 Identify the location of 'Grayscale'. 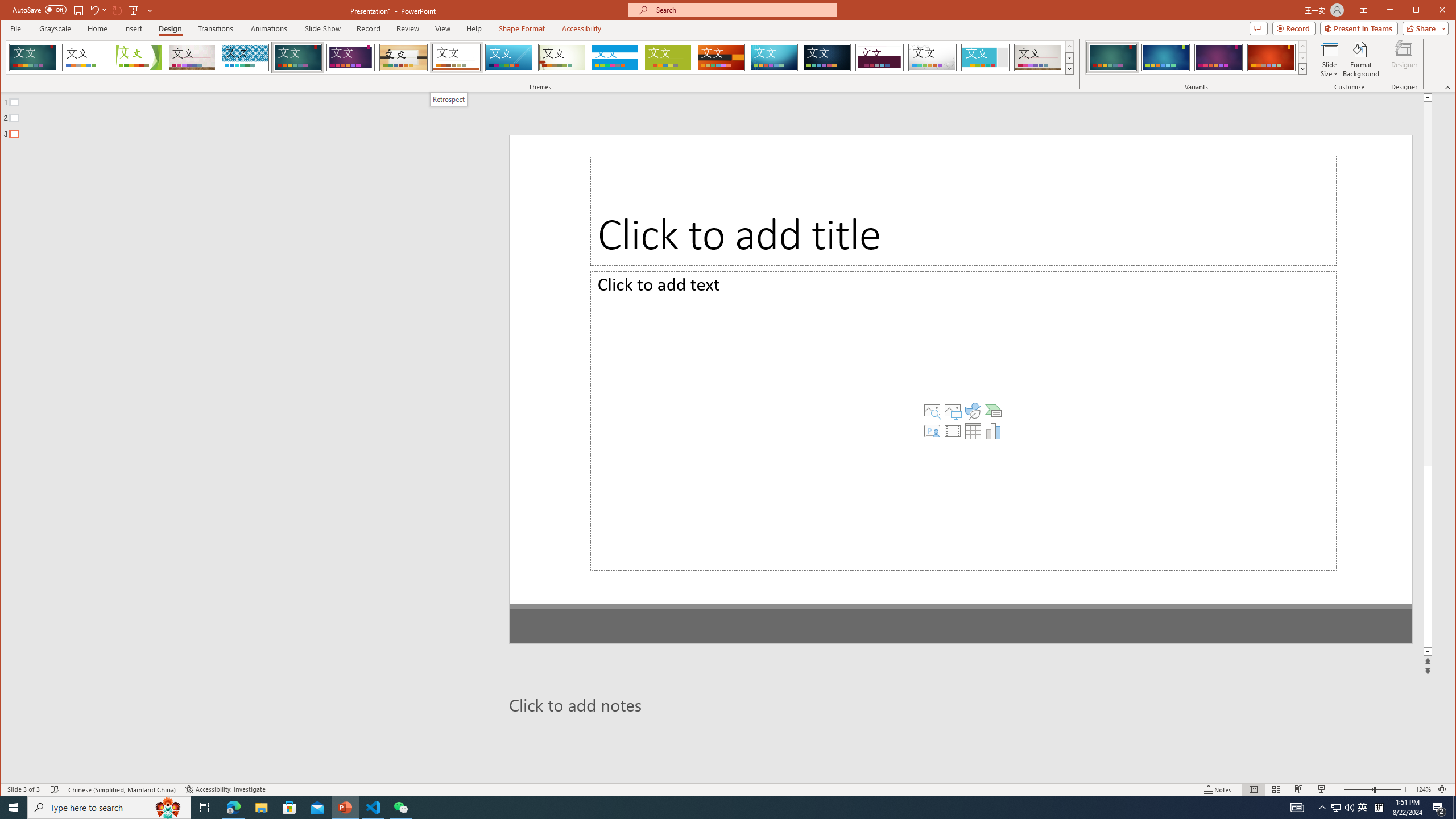
(55, 28).